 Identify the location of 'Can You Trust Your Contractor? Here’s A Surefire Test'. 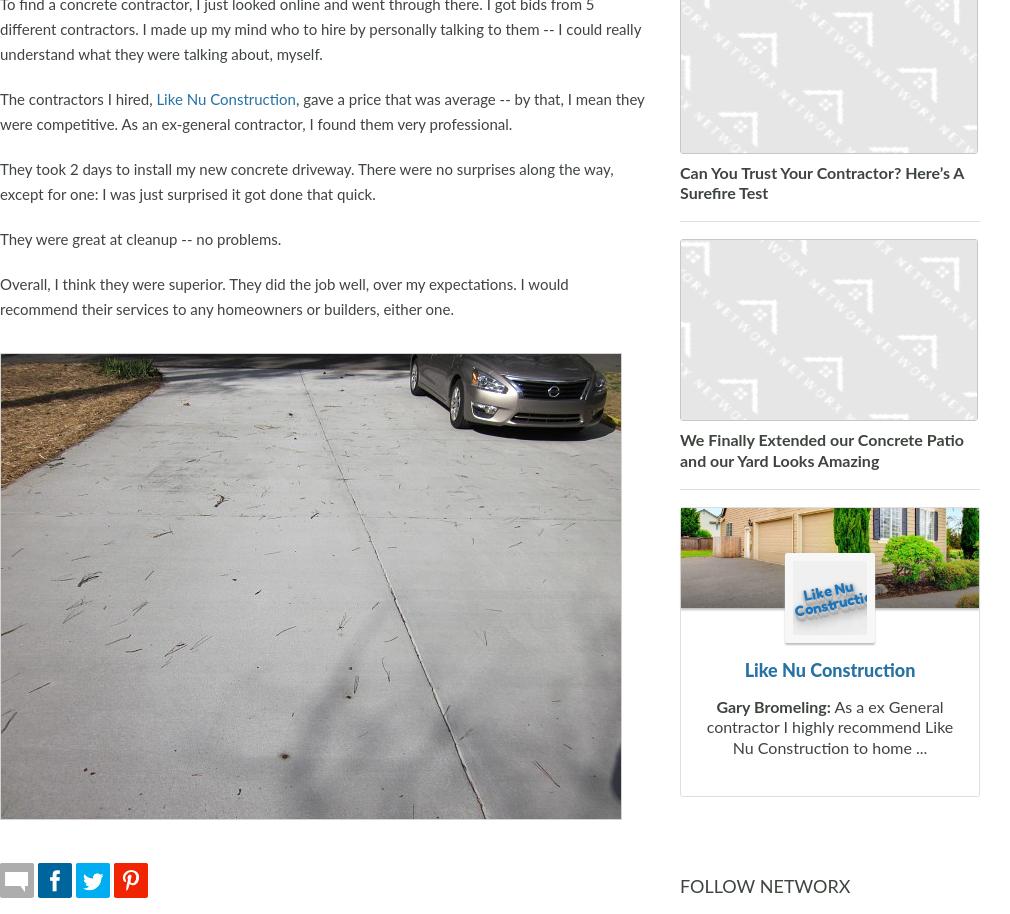
(679, 183).